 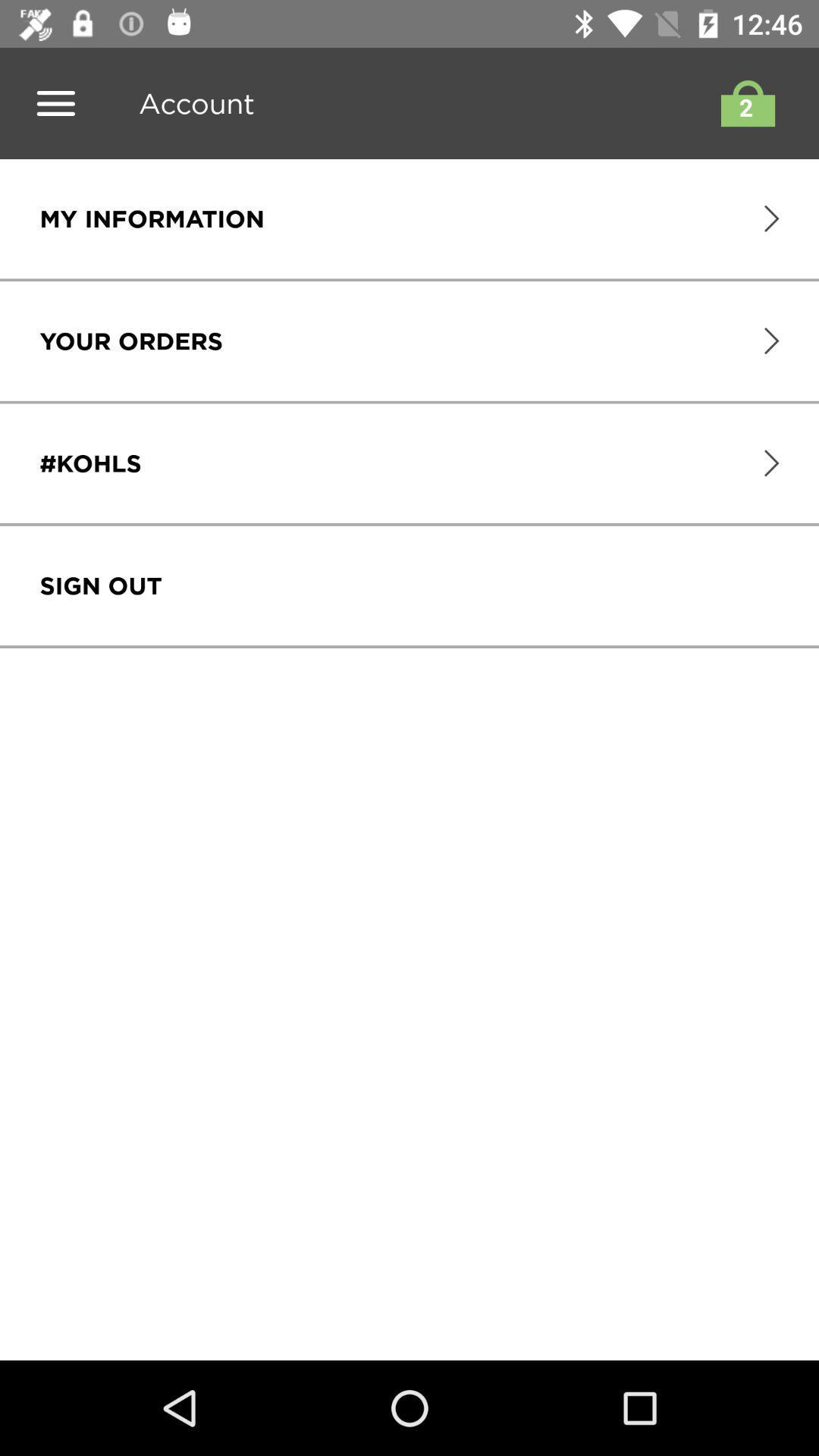 I want to click on #kohls item, so click(x=90, y=463).